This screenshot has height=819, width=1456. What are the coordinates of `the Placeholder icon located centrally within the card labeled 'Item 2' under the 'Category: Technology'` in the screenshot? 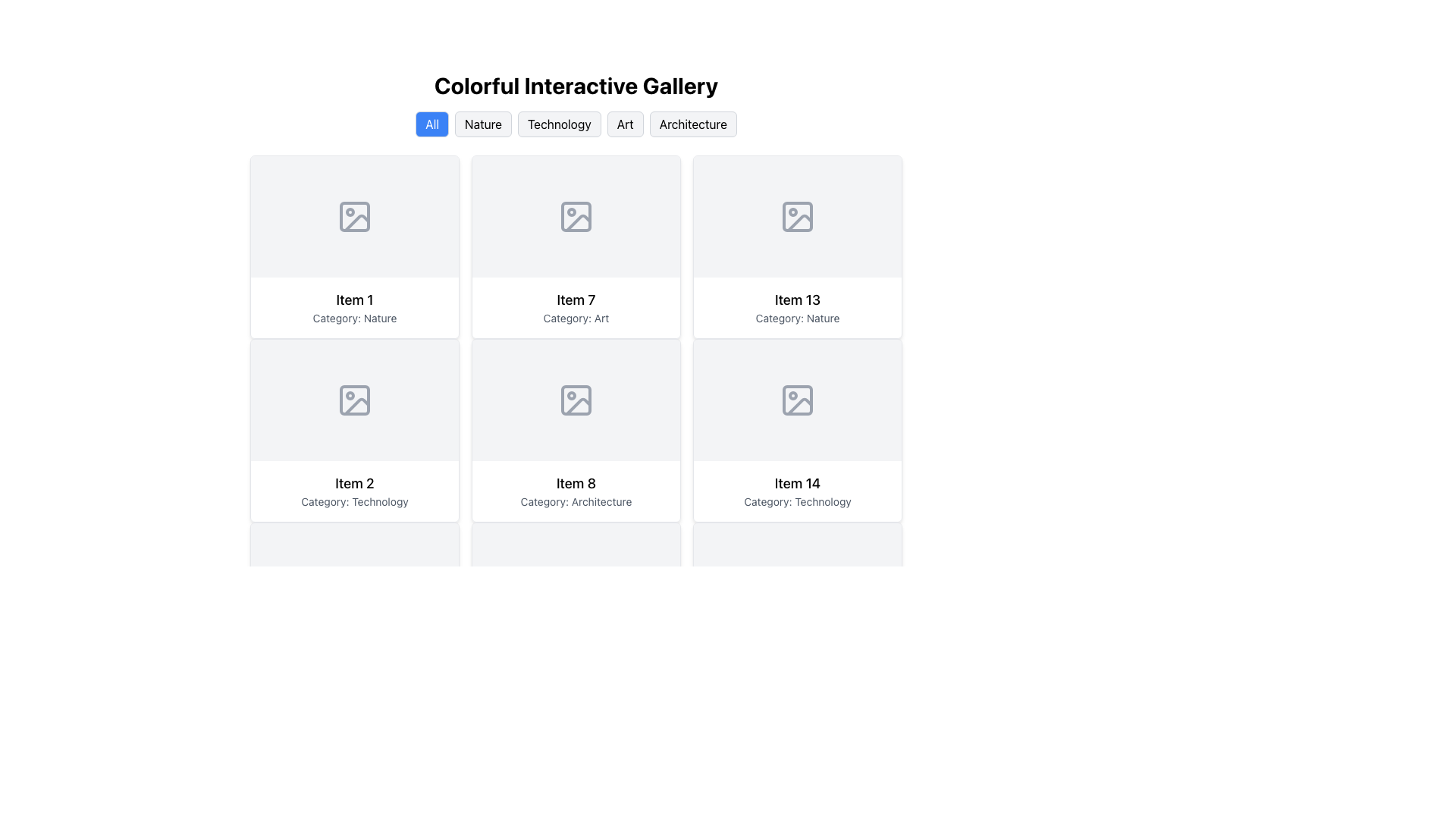 It's located at (353, 400).